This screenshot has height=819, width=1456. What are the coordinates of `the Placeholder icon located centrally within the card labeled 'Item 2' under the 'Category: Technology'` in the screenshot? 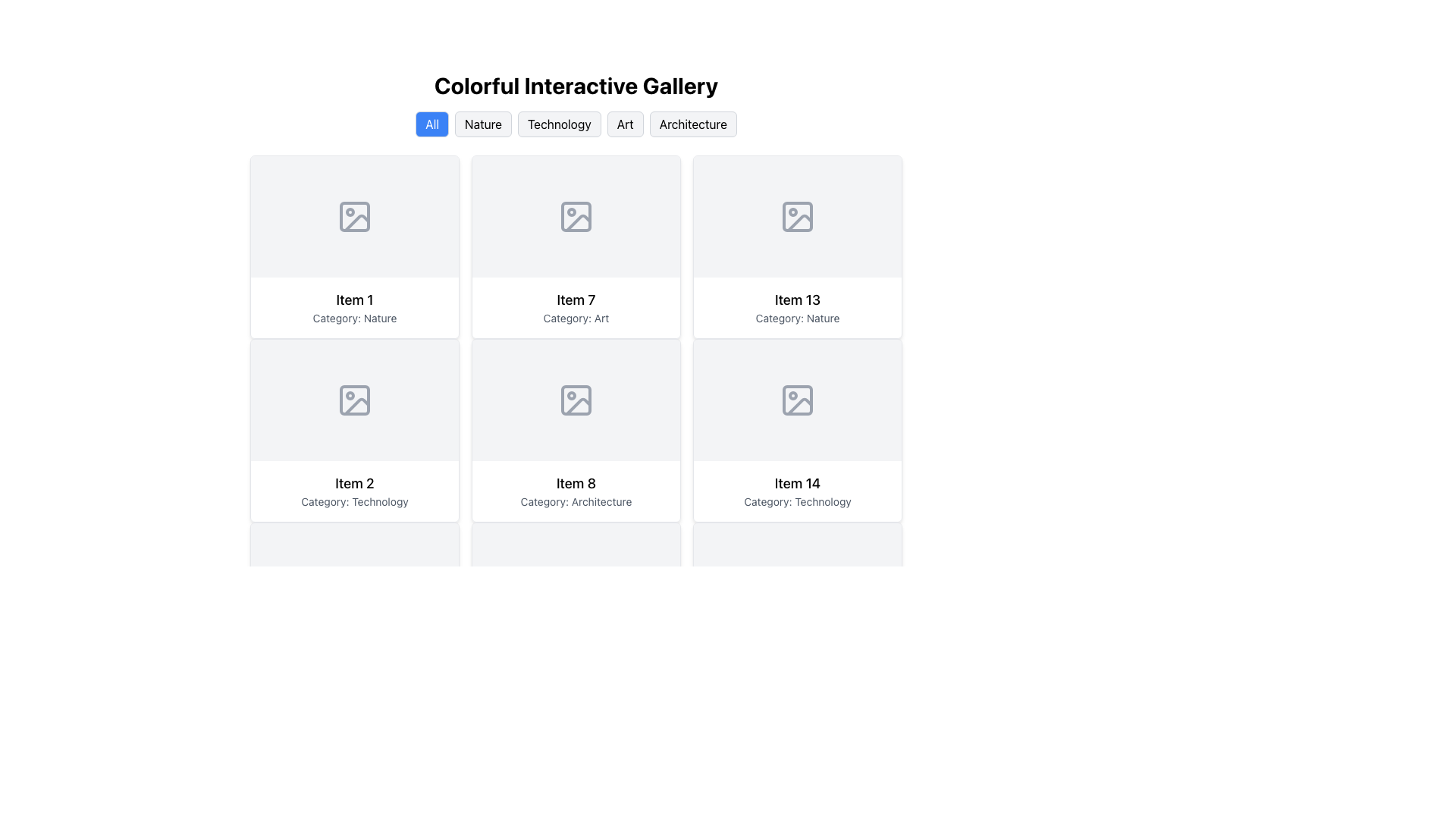 It's located at (353, 400).